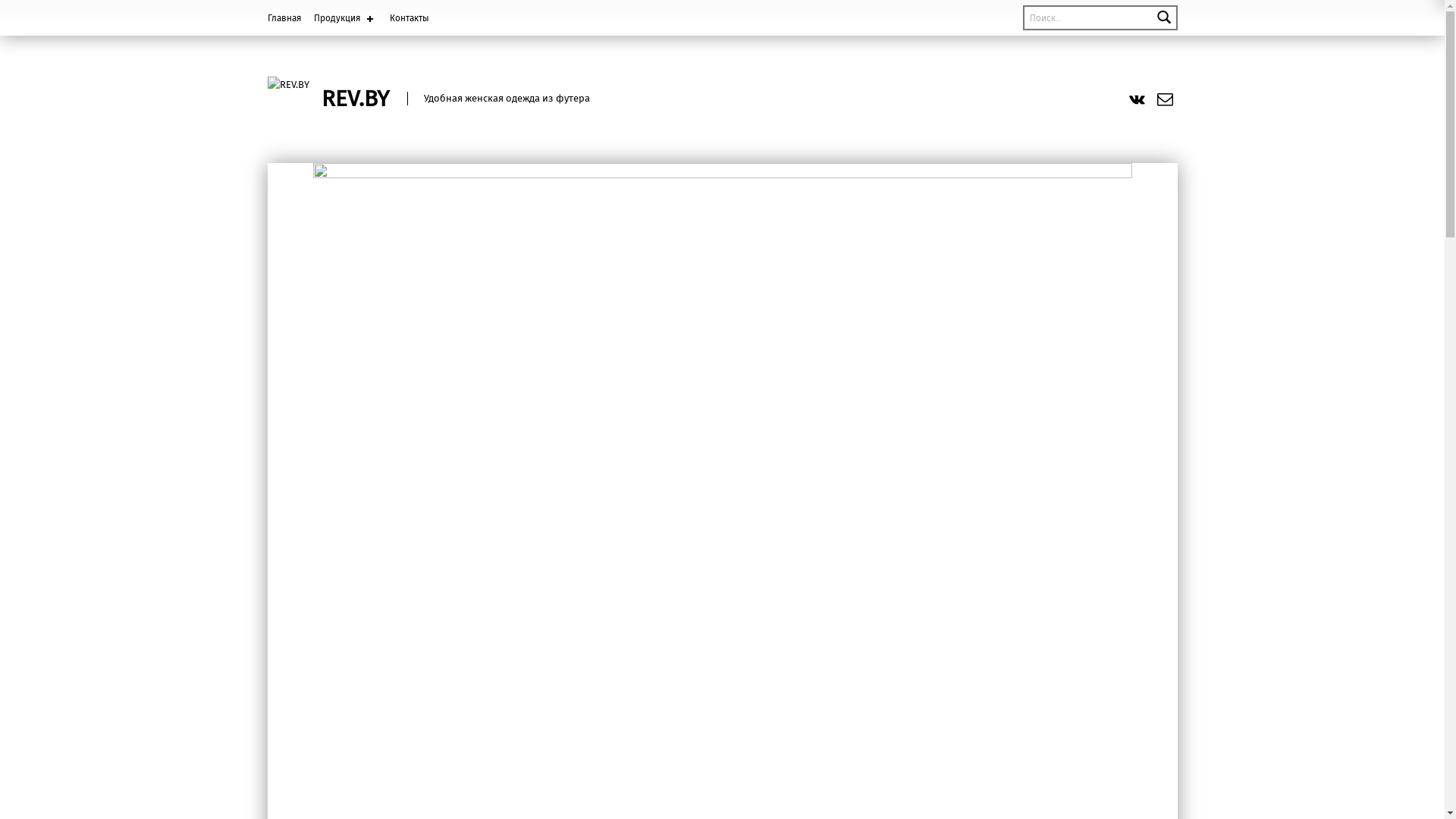 This screenshot has width=1456, height=819. Describe the element at coordinates (354, 99) in the screenshot. I see `'REV.BY'` at that location.